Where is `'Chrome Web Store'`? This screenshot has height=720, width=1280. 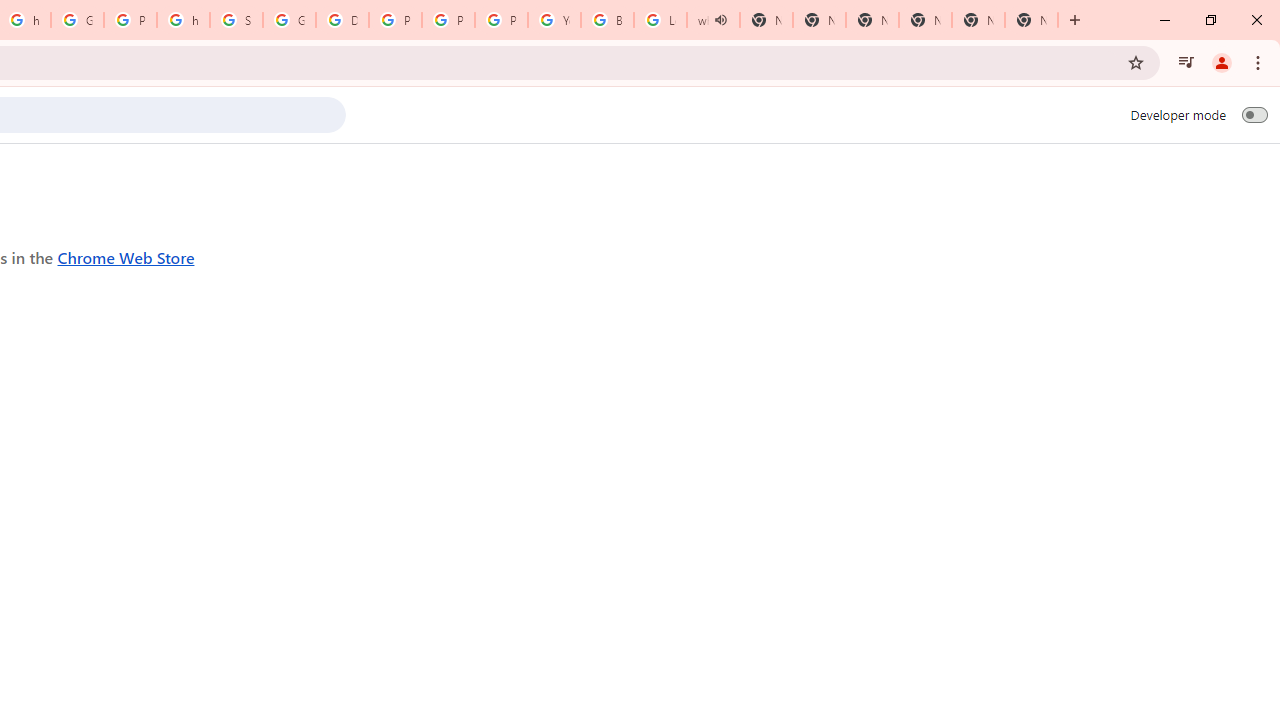 'Chrome Web Store' is located at coordinates (125, 256).